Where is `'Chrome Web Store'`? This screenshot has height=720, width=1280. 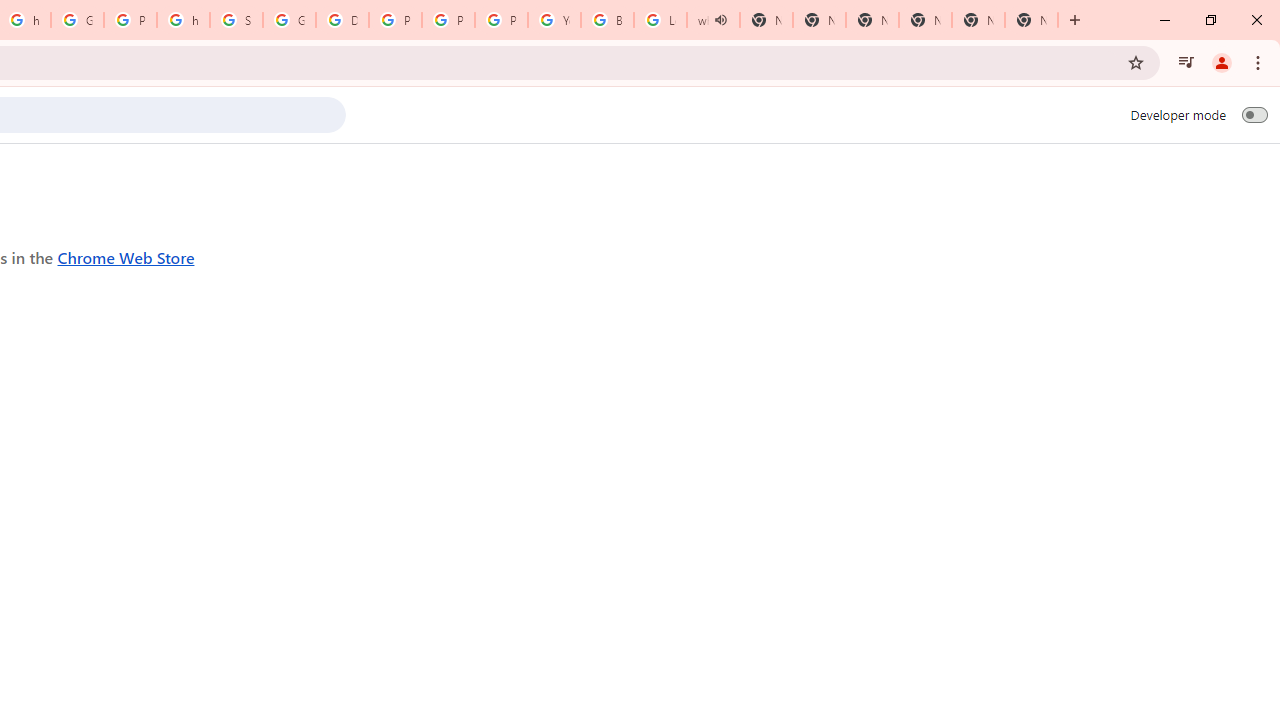 'Chrome Web Store' is located at coordinates (125, 256).